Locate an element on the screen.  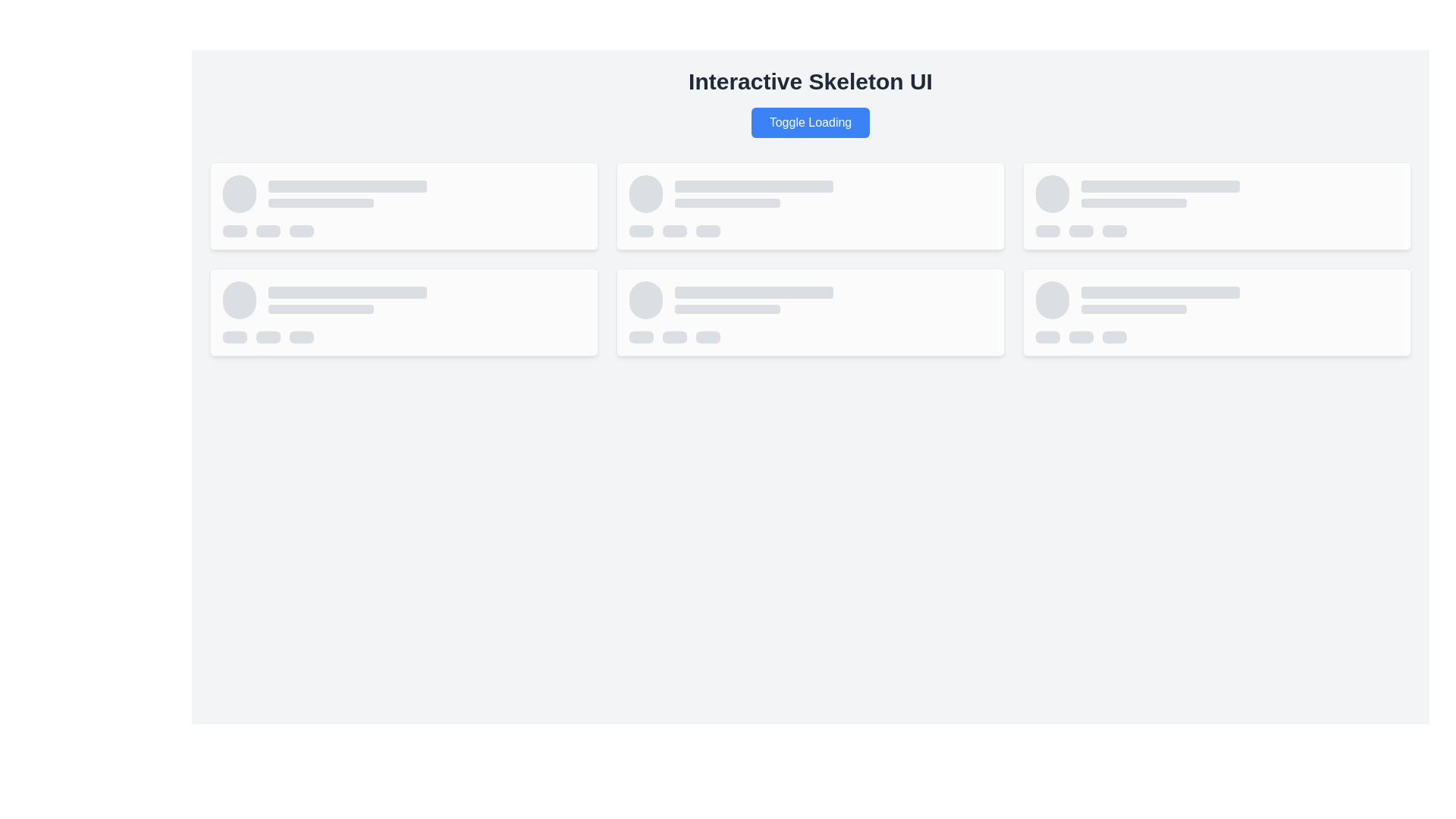
the skeleton loading placeholder located in the bottom row, second slot from the left, indicating that data is being loaded is located at coordinates (810, 312).